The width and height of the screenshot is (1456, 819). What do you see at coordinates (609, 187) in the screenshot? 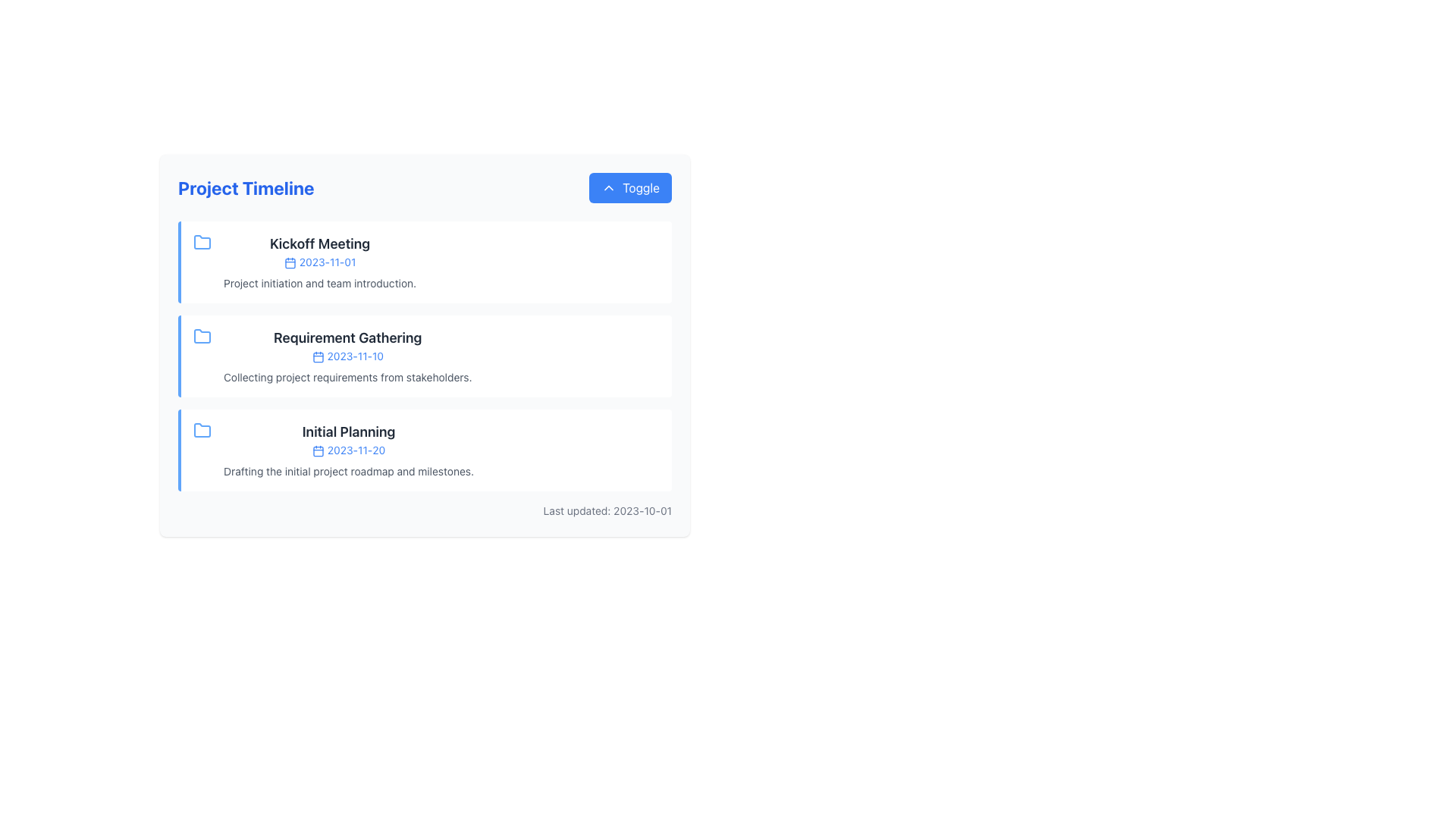
I see `the chevron icon located inside the 'Toggle' button, adjacent to the text 'Toggle'` at bounding box center [609, 187].